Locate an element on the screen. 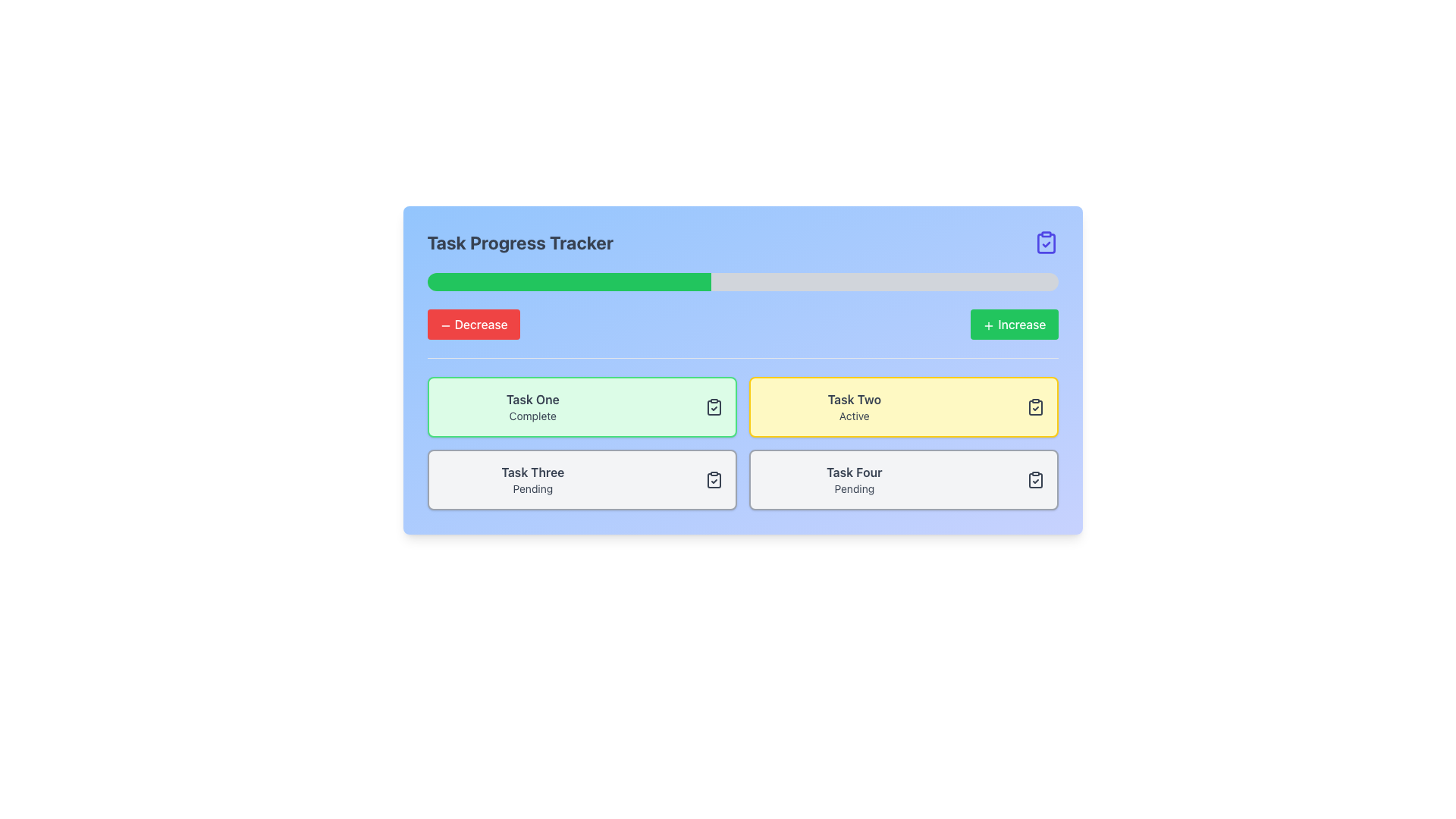 This screenshot has width=1456, height=819. the Text Label element that displays 'Task One' in bold and 'Complete' in smaller, capitalized style, located within the green card in the top left of the grid layout beneath the progress bar is located at coordinates (532, 406).